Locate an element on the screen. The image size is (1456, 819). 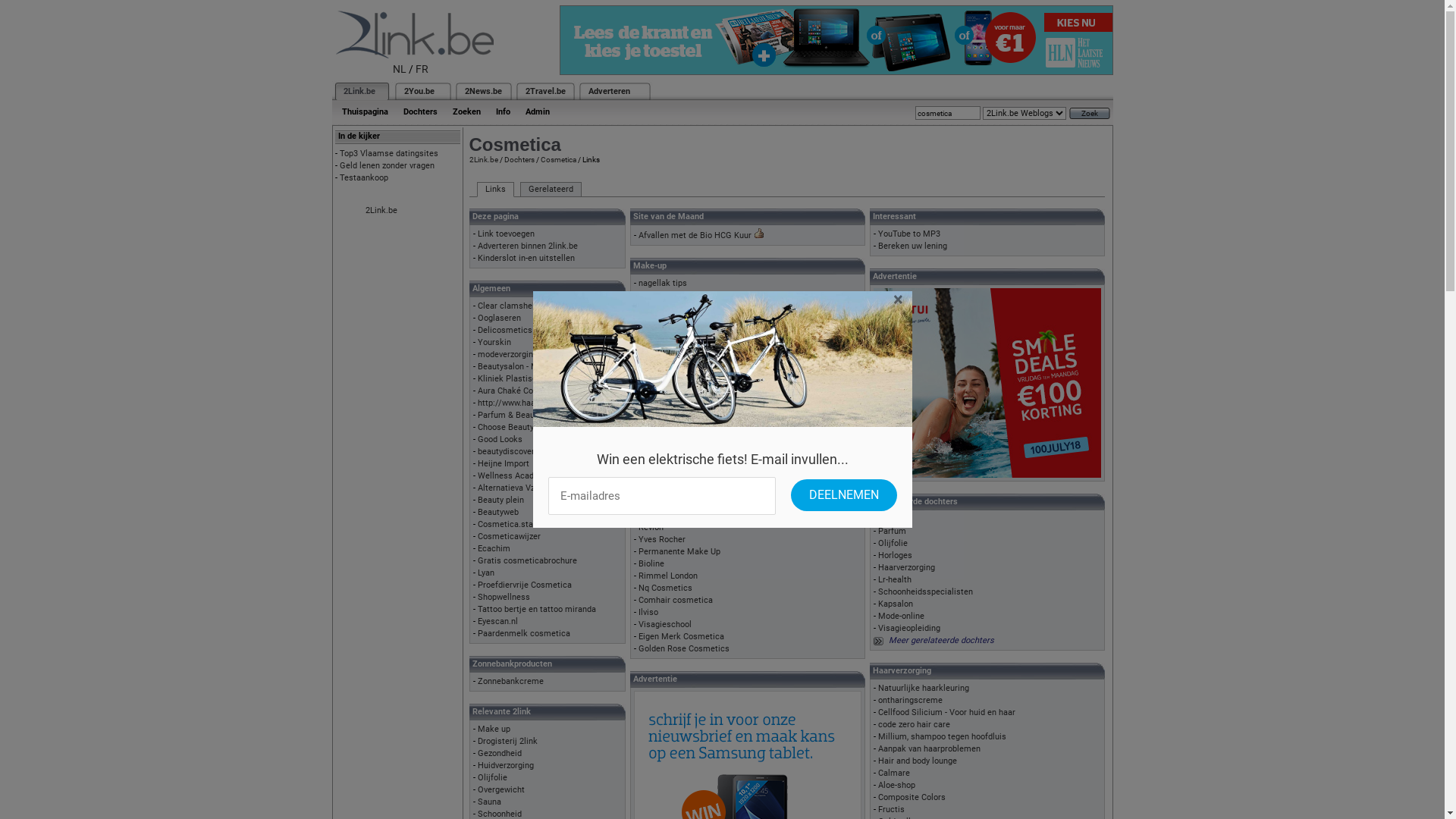
'Gerelateerd' is located at coordinates (550, 189).